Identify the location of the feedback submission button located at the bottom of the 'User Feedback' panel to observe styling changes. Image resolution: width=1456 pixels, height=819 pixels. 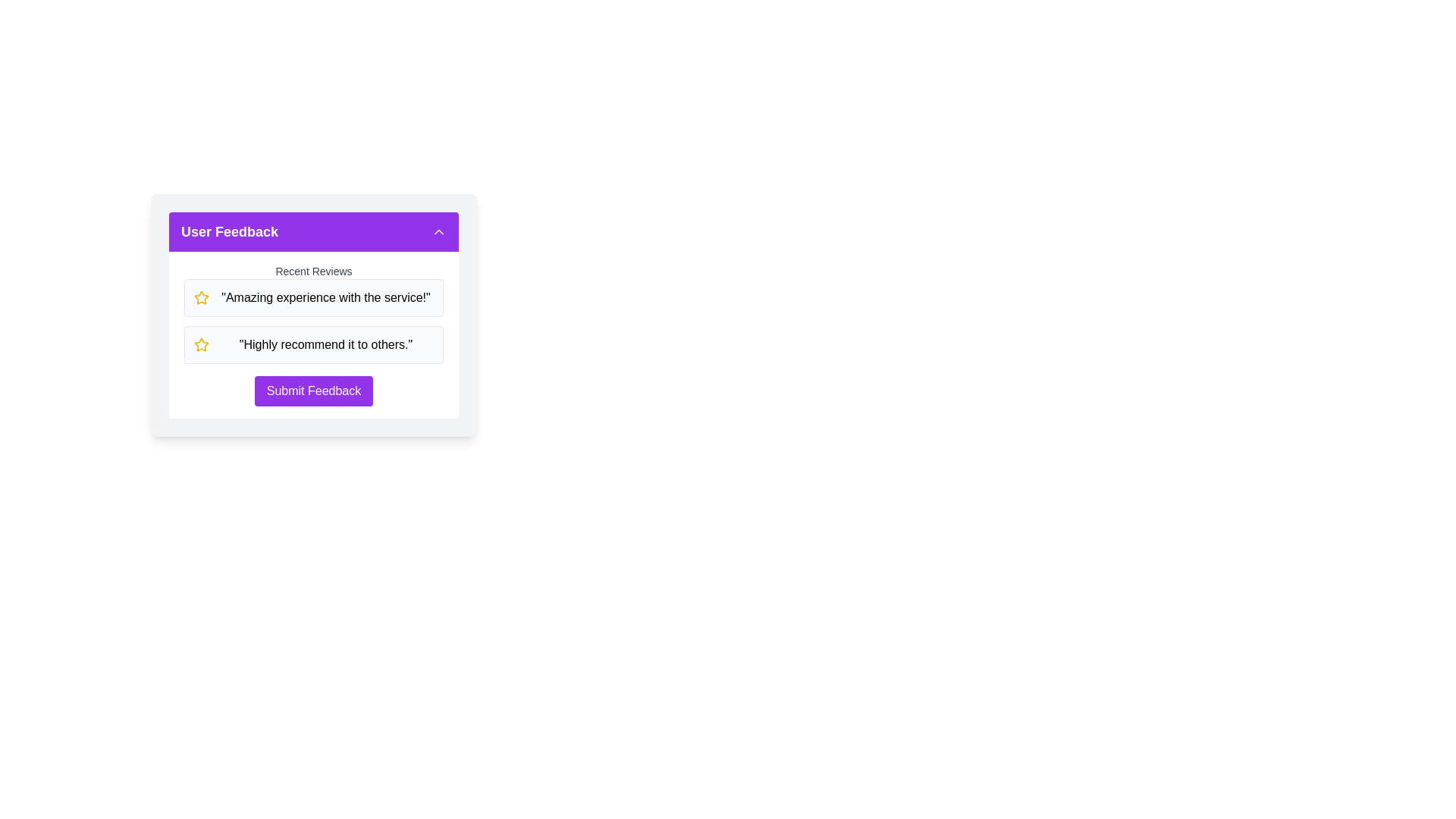
(312, 391).